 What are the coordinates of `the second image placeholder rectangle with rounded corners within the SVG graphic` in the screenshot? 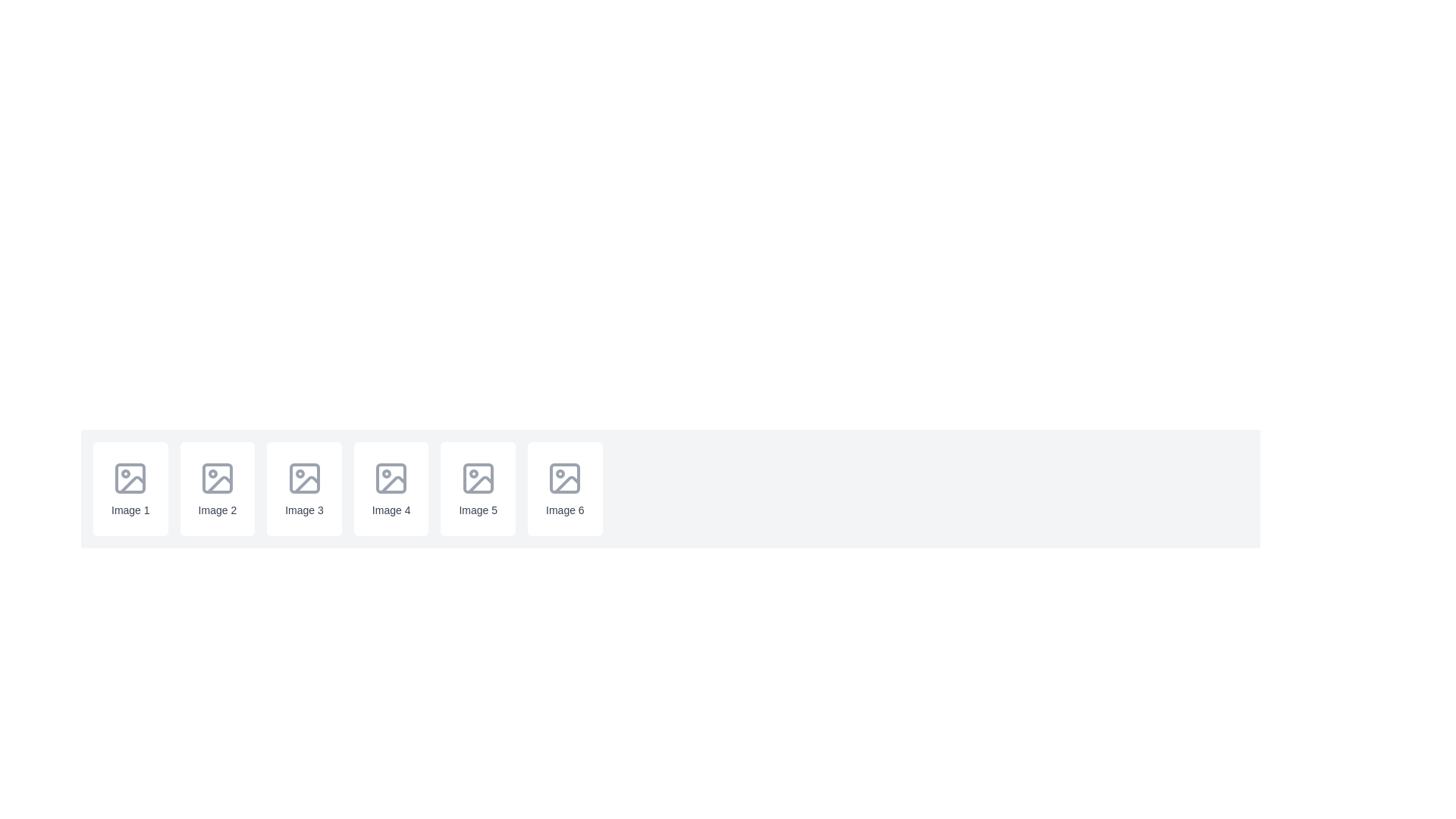 It's located at (216, 479).